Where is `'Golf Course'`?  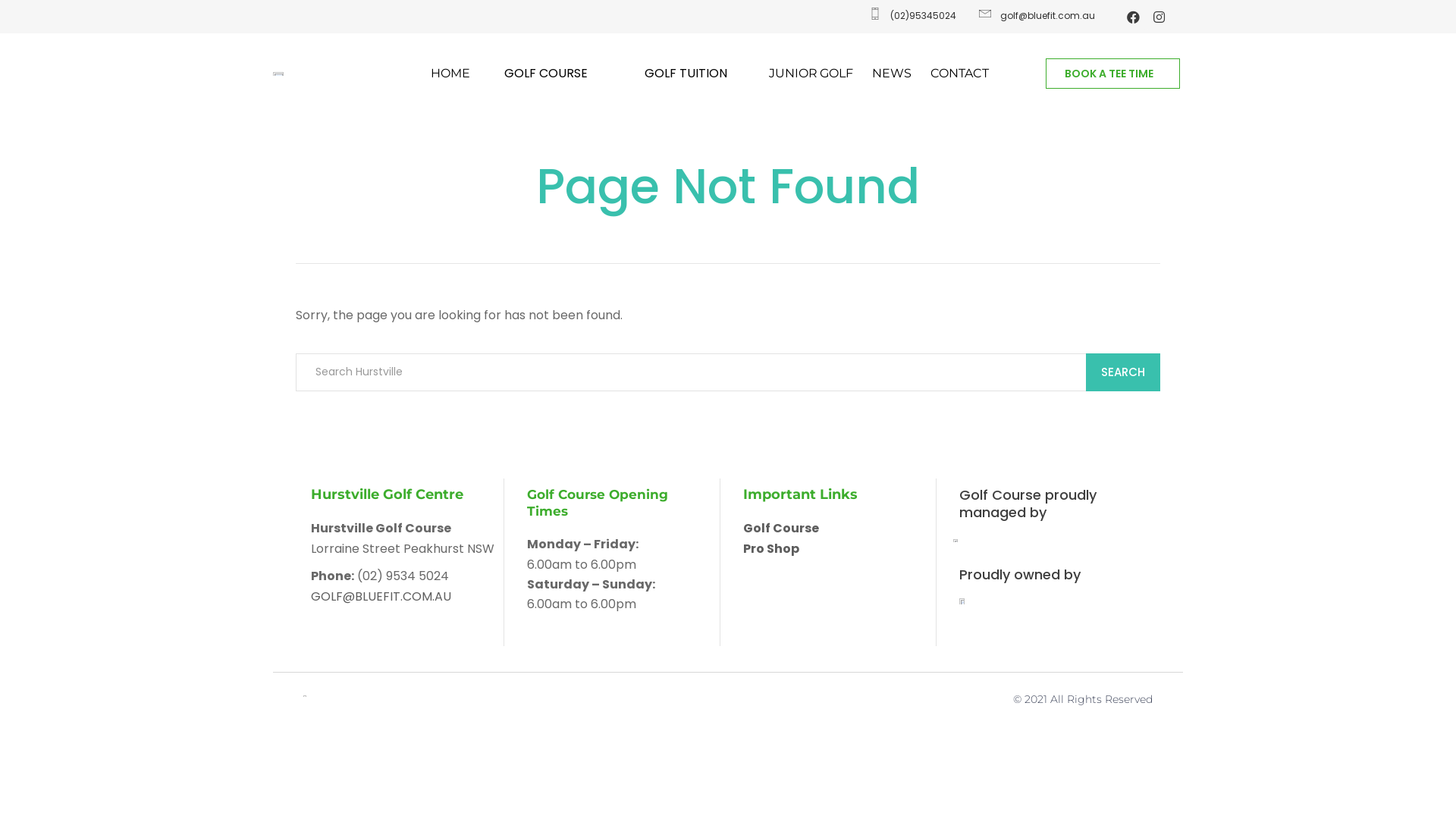 'Golf Course' is located at coordinates (781, 527).